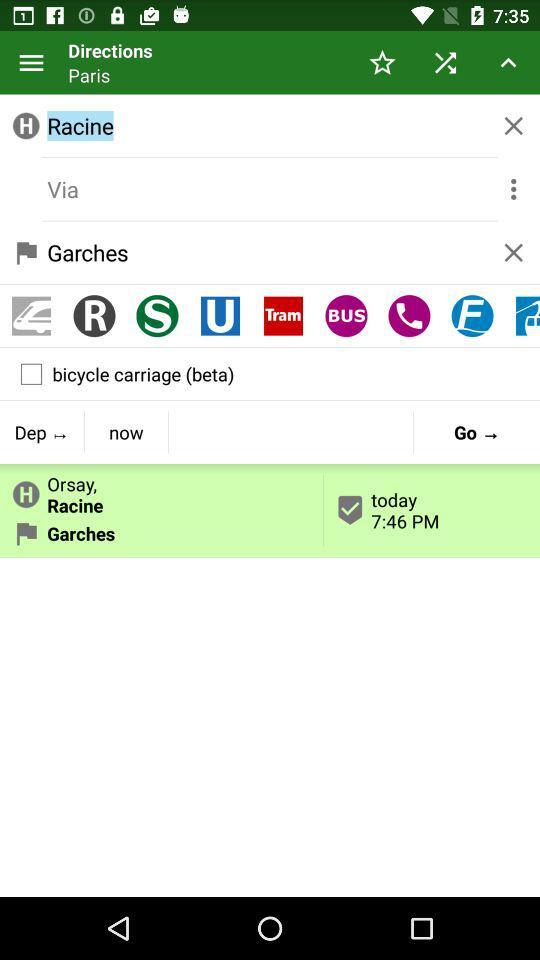 Image resolution: width=540 pixels, height=960 pixels. What do you see at coordinates (445, 62) in the screenshot?
I see `icon above racine` at bounding box center [445, 62].